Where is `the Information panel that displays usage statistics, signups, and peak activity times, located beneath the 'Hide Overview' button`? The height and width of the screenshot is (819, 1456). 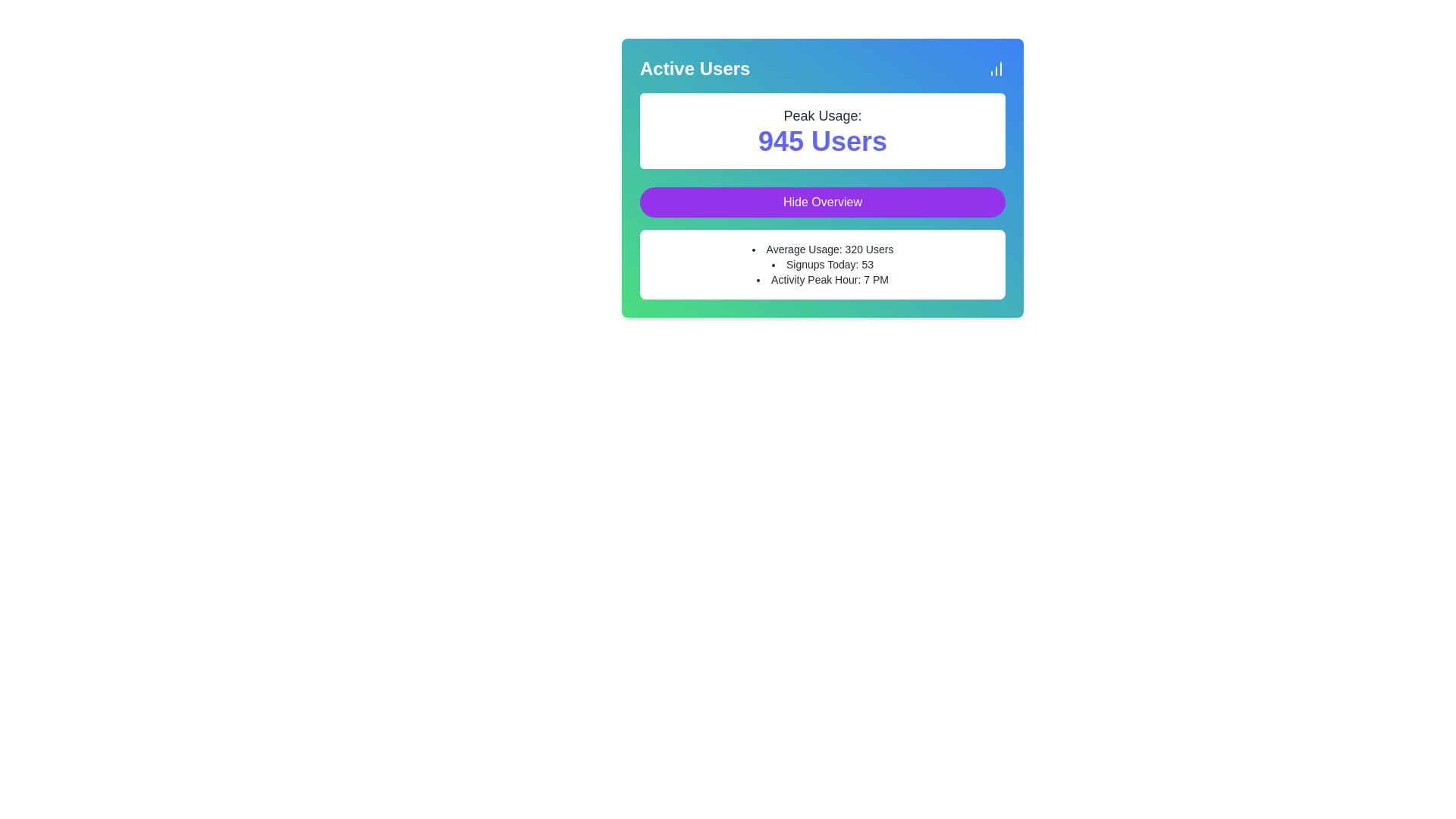 the Information panel that displays usage statistics, signups, and peak activity times, located beneath the 'Hide Overview' button is located at coordinates (821, 263).